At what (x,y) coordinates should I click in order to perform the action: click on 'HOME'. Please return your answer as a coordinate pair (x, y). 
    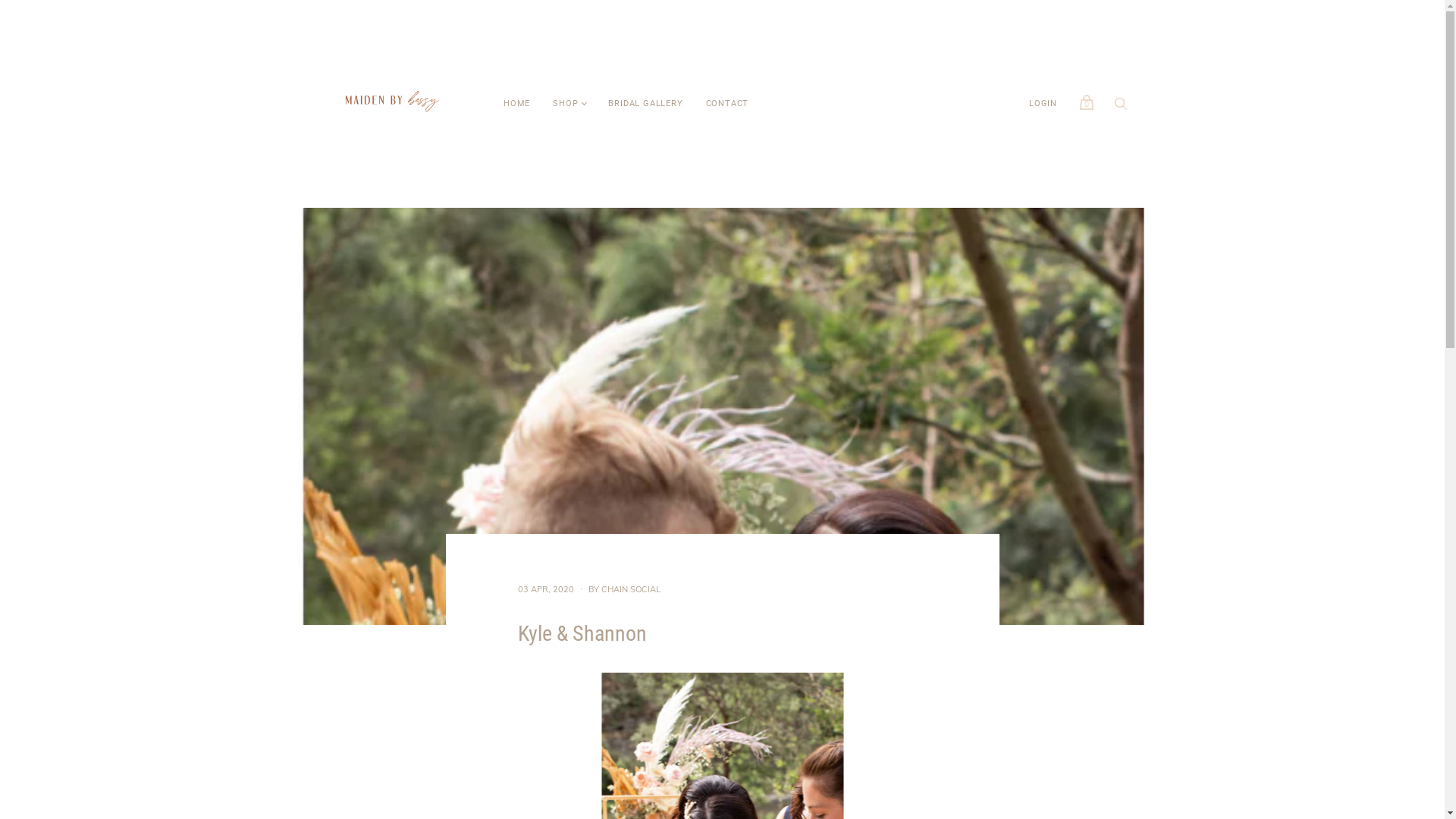
    Looking at the image, I should click on (516, 103).